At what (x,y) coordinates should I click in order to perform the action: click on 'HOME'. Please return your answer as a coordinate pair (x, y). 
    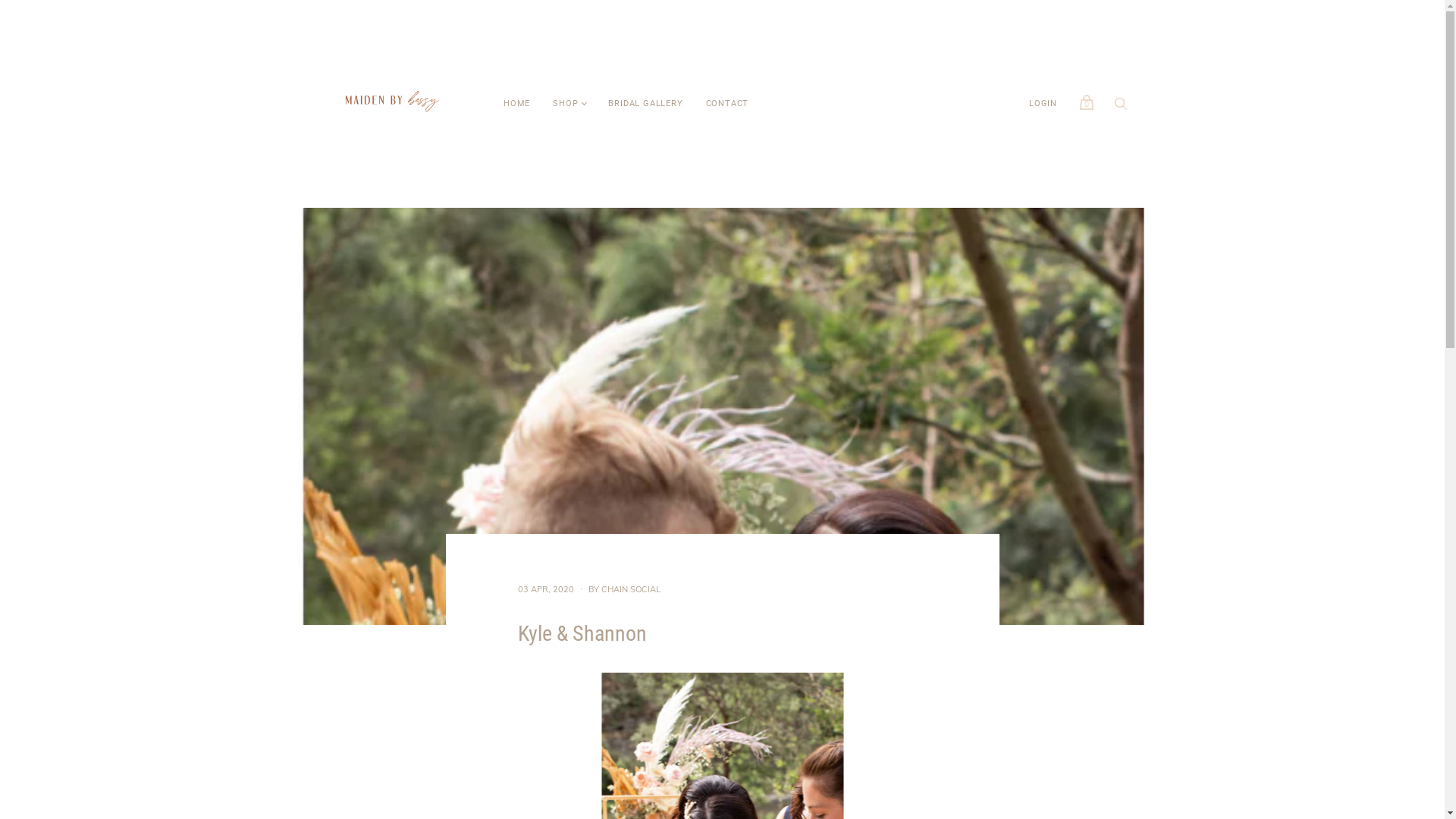
    Looking at the image, I should click on (516, 103).